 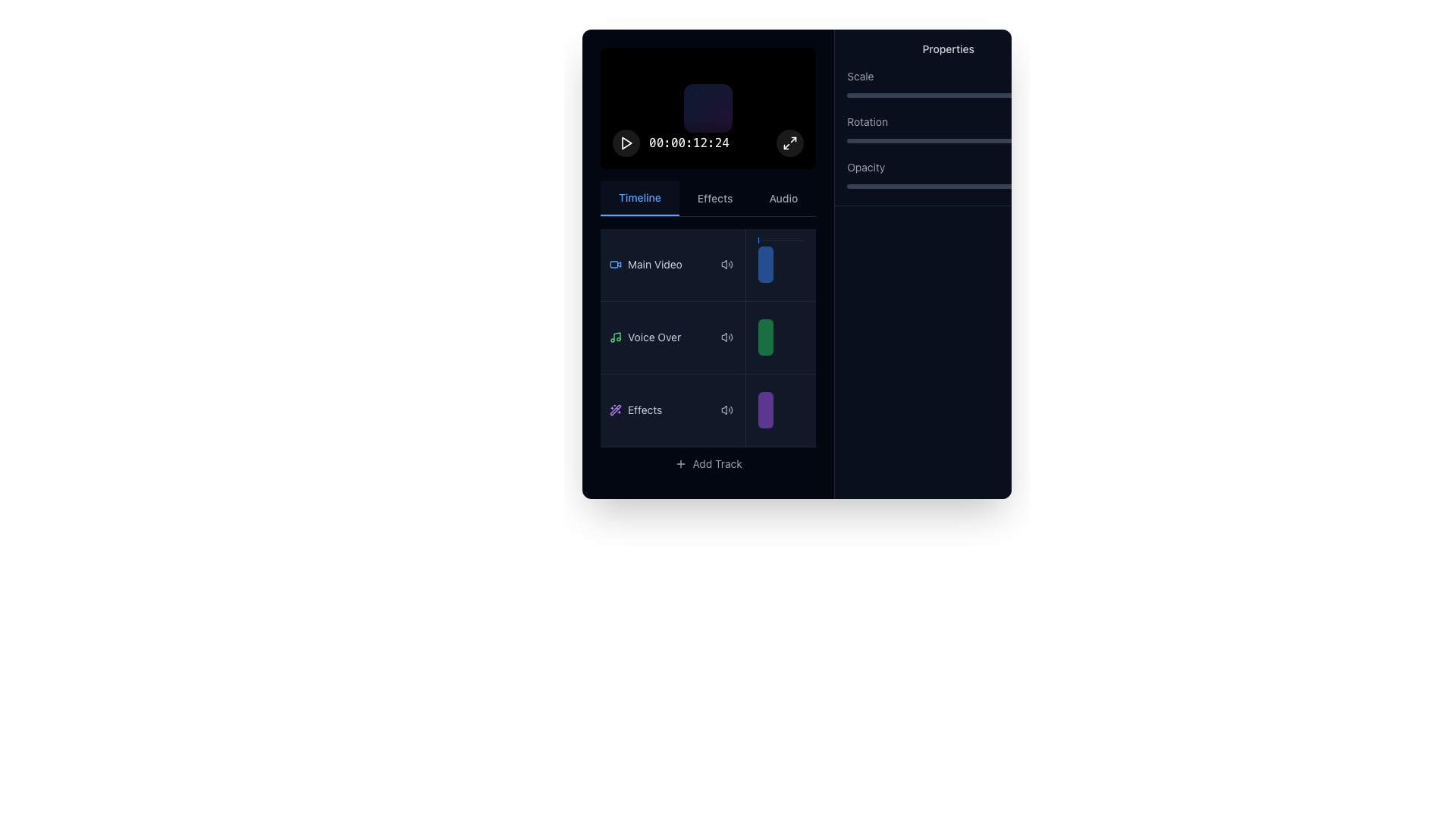 I want to click on the audio control button located, so click(x=726, y=263).